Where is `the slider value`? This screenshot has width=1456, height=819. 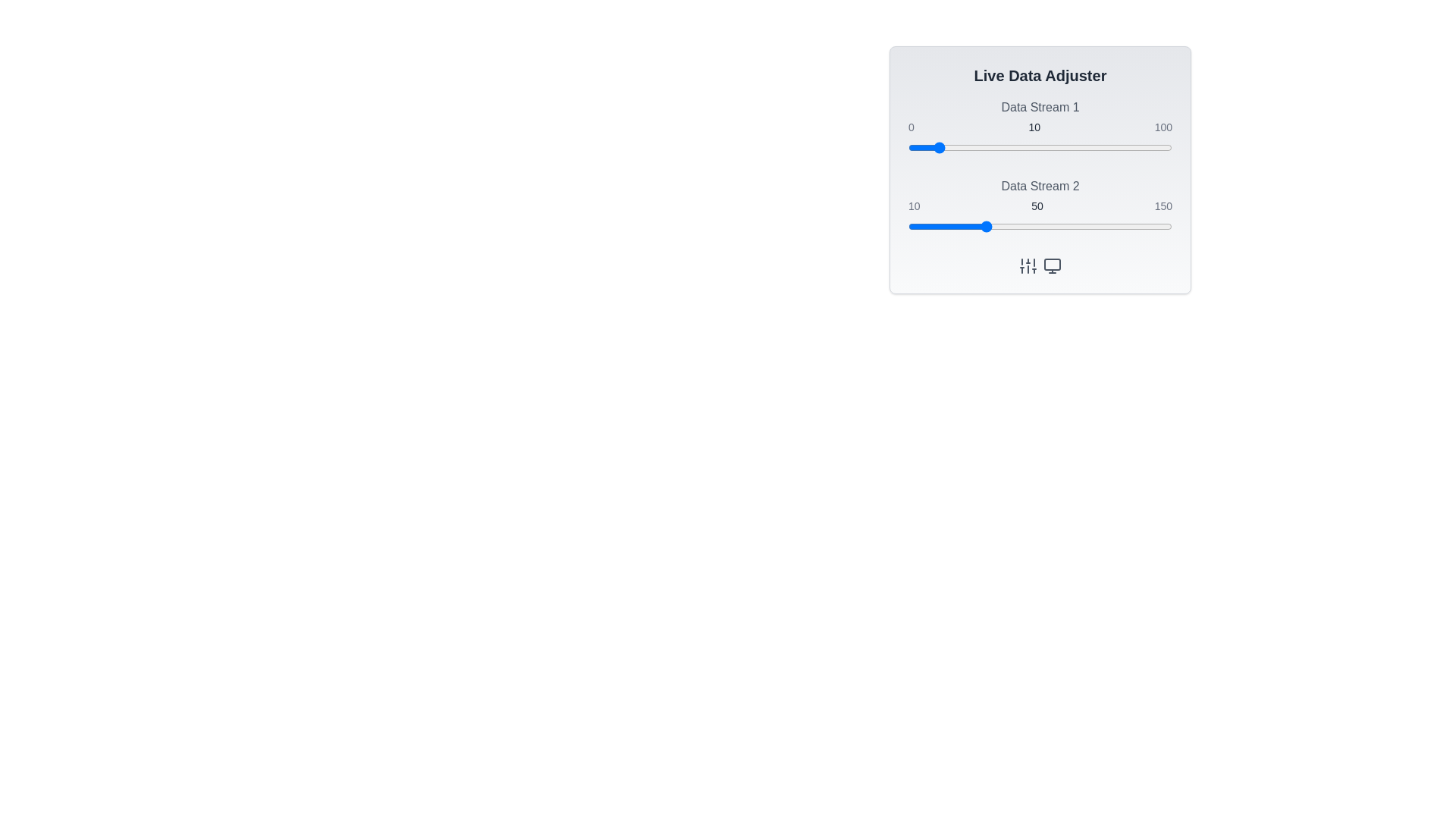 the slider value is located at coordinates (1166, 227).